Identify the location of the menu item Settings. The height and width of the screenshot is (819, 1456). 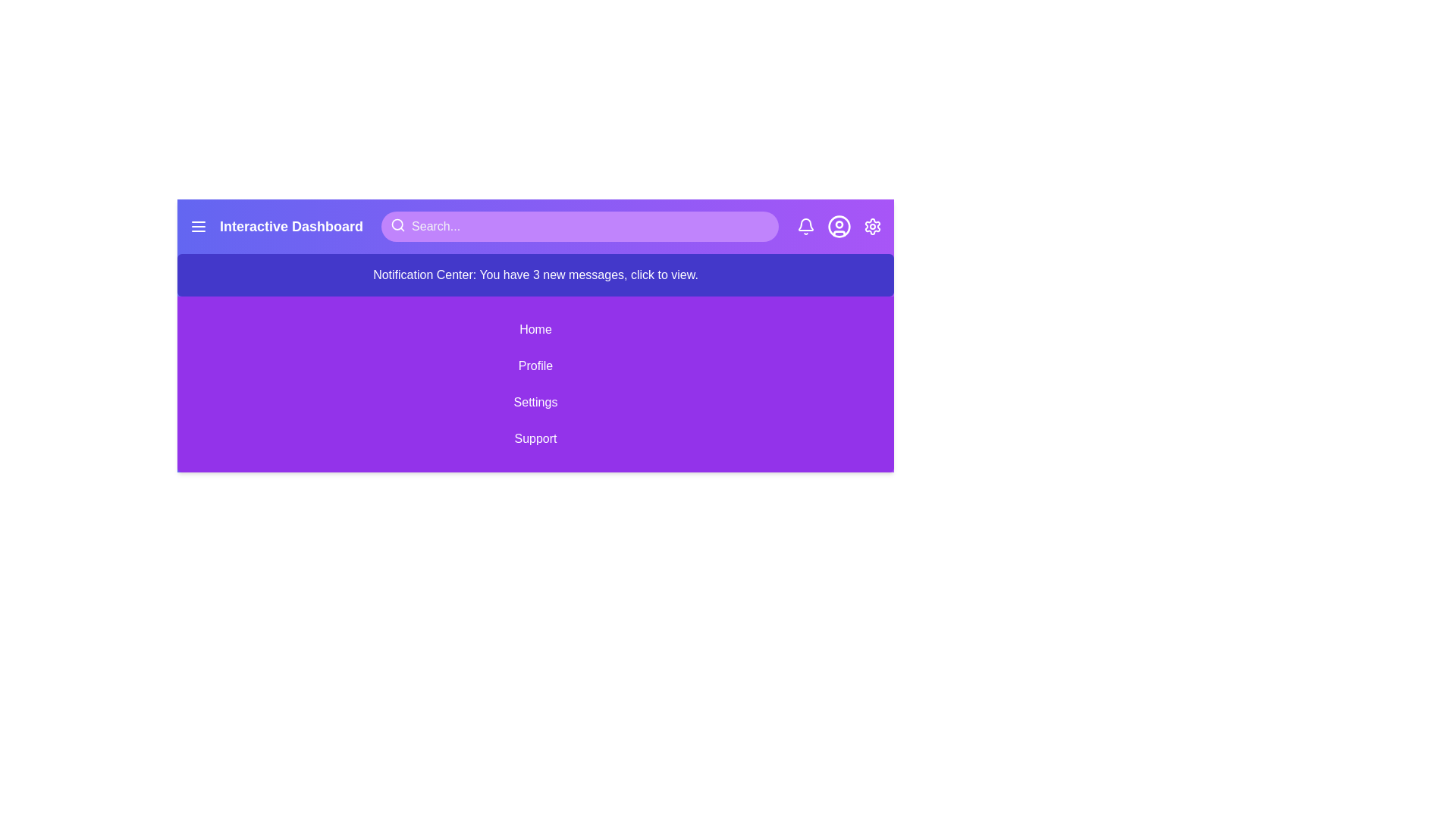
(535, 402).